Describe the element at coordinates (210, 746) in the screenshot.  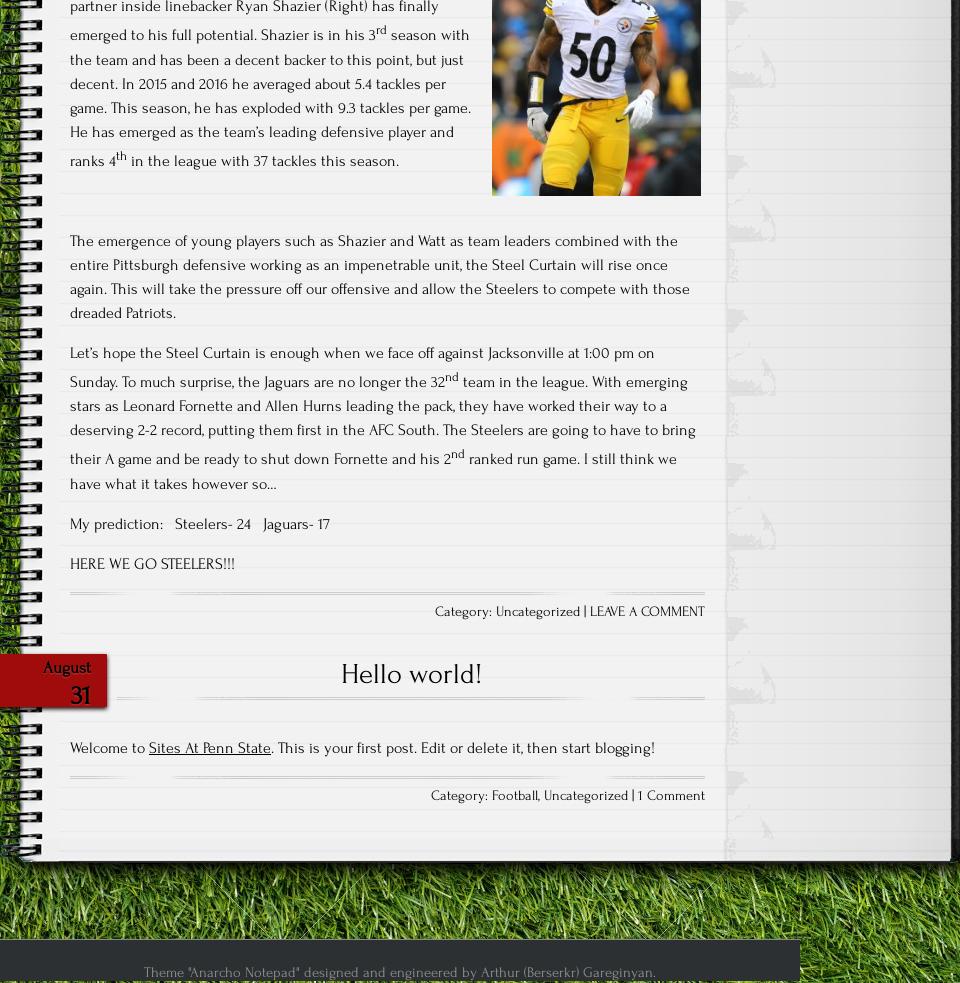
I see `'Sites At Penn State'` at that location.